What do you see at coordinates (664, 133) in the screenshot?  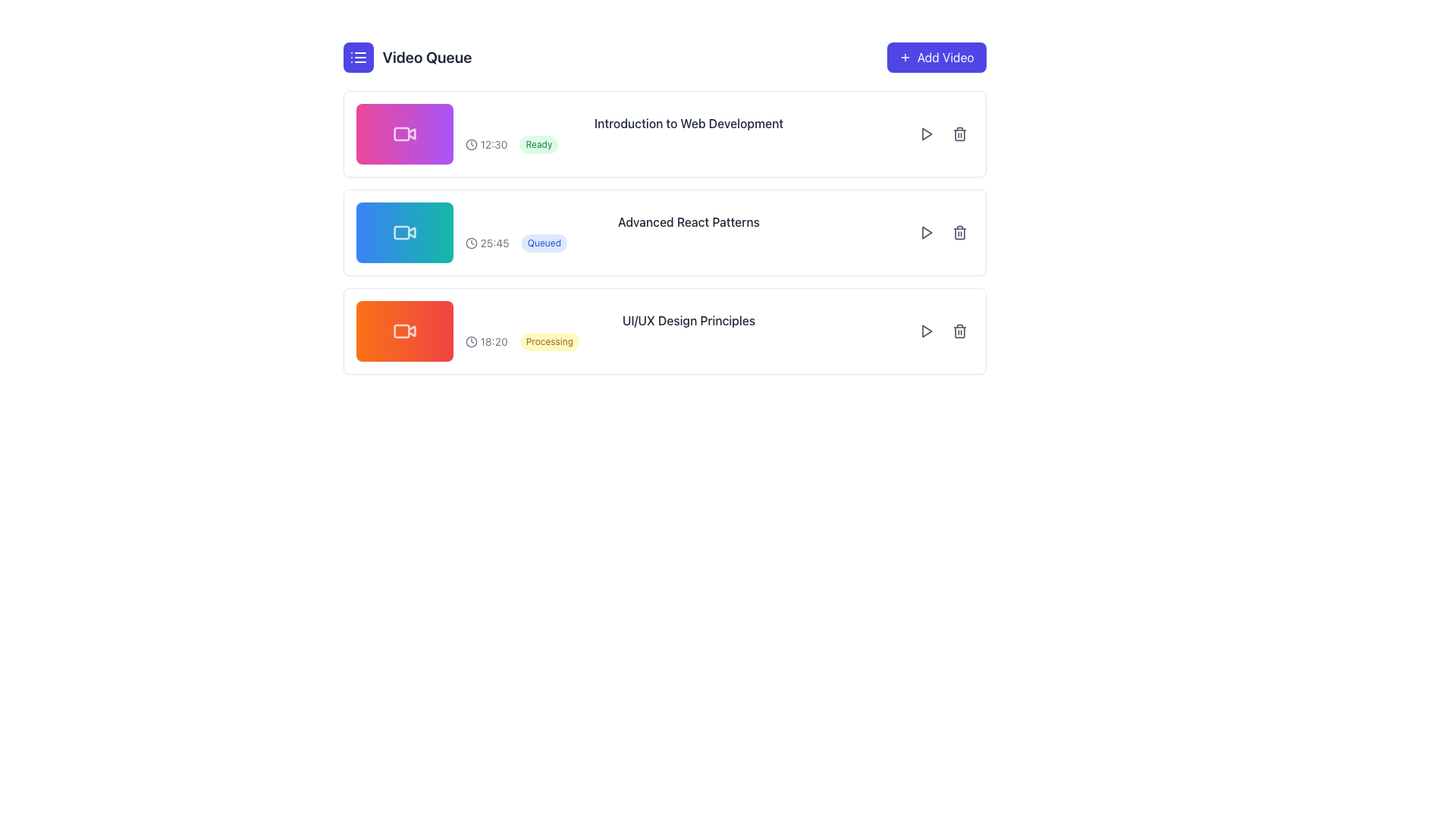 I see `details presented on the informational card titled 'Introduction to Web Development' located at the top of the video queue list` at bounding box center [664, 133].